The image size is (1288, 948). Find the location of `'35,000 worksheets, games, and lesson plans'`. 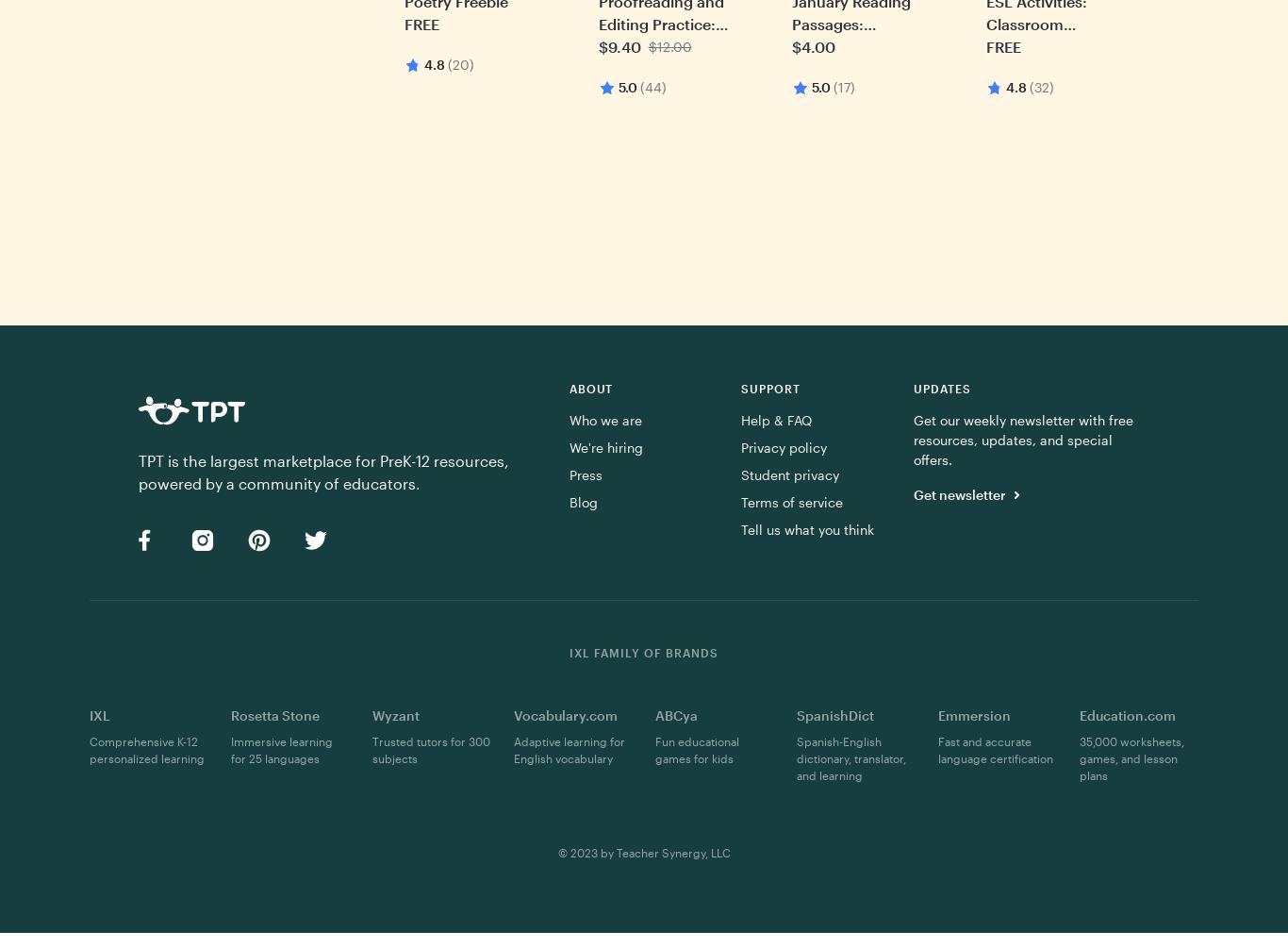

'35,000 worksheets, games, and lesson plans' is located at coordinates (1131, 757).